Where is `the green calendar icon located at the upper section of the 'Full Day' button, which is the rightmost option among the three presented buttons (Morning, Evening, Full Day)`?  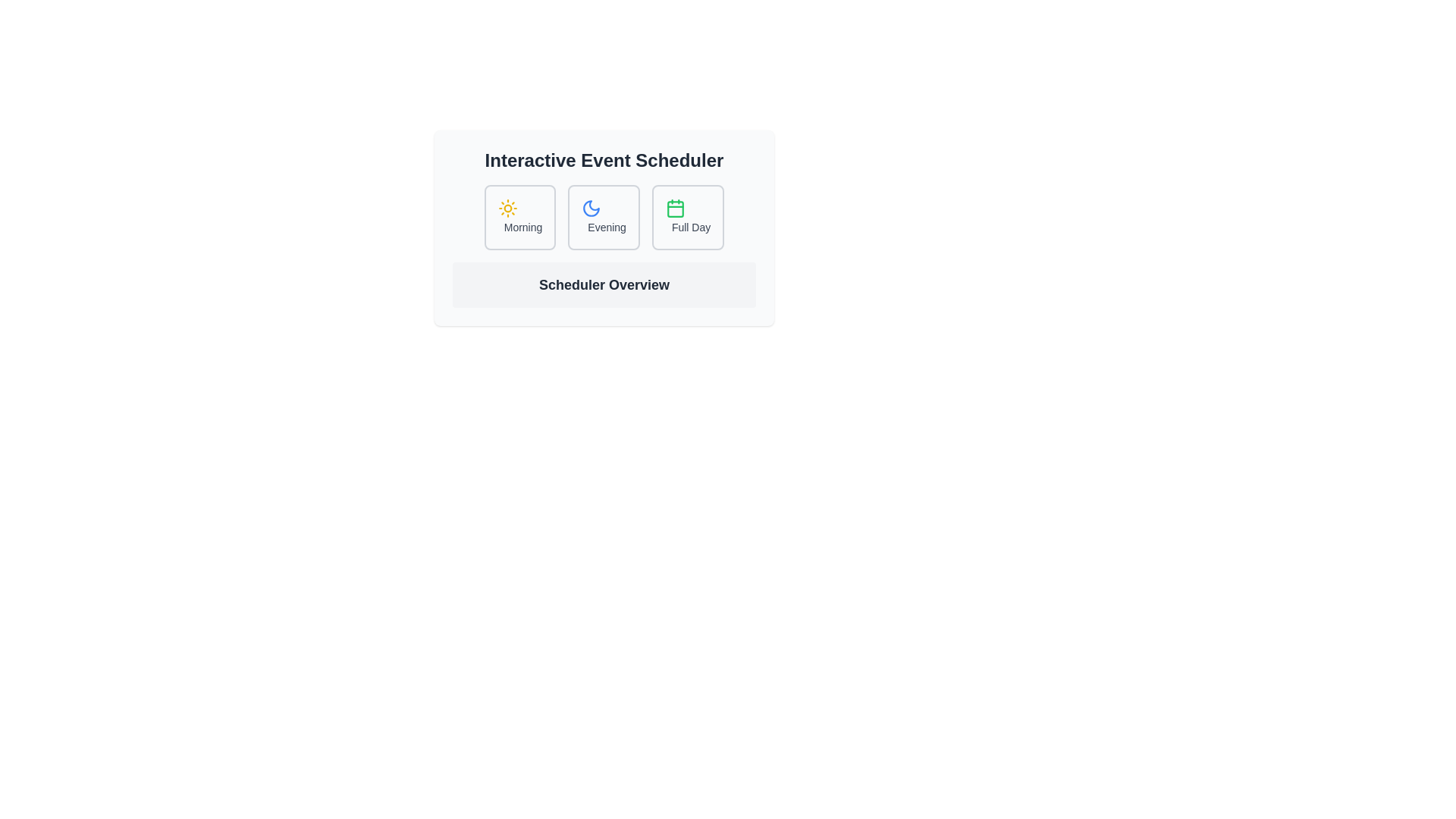
the green calendar icon located at the upper section of the 'Full Day' button, which is the rightmost option among the three presented buttons (Morning, Evening, Full Day) is located at coordinates (674, 208).